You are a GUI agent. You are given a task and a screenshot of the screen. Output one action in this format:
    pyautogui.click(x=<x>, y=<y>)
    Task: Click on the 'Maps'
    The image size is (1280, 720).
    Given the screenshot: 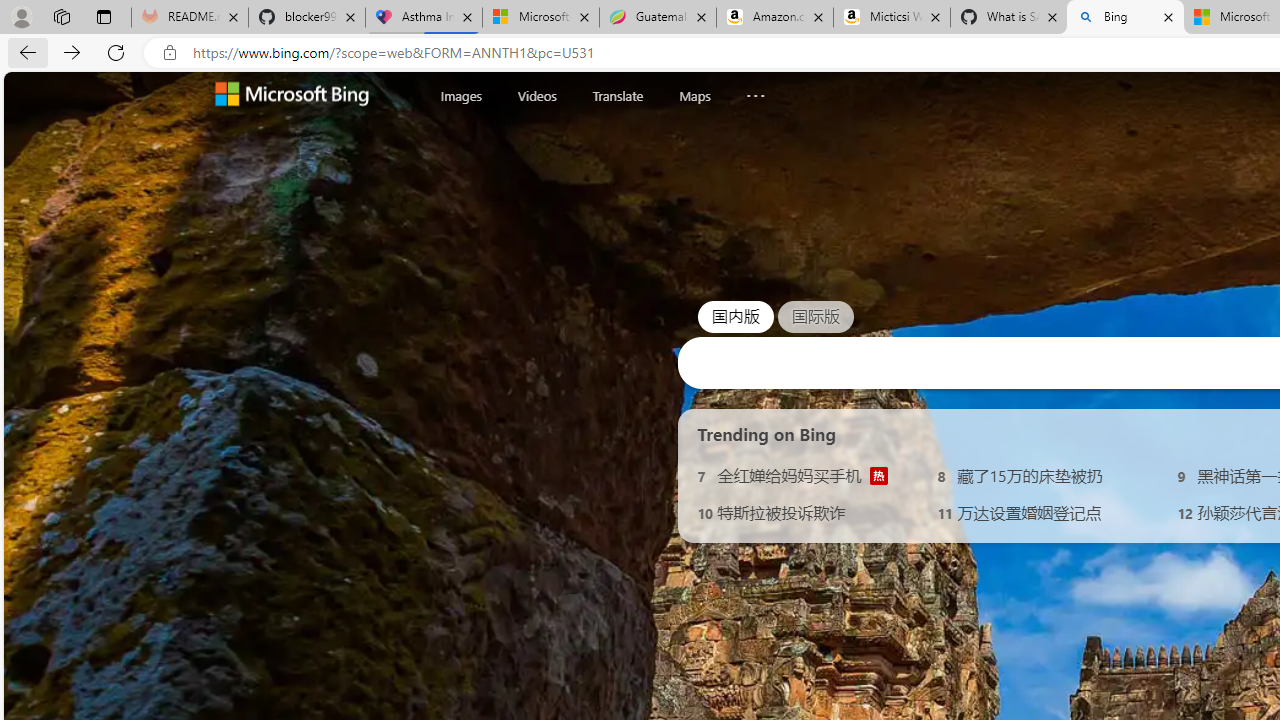 What is the action you would take?
    pyautogui.click(x=694, y=95)
    